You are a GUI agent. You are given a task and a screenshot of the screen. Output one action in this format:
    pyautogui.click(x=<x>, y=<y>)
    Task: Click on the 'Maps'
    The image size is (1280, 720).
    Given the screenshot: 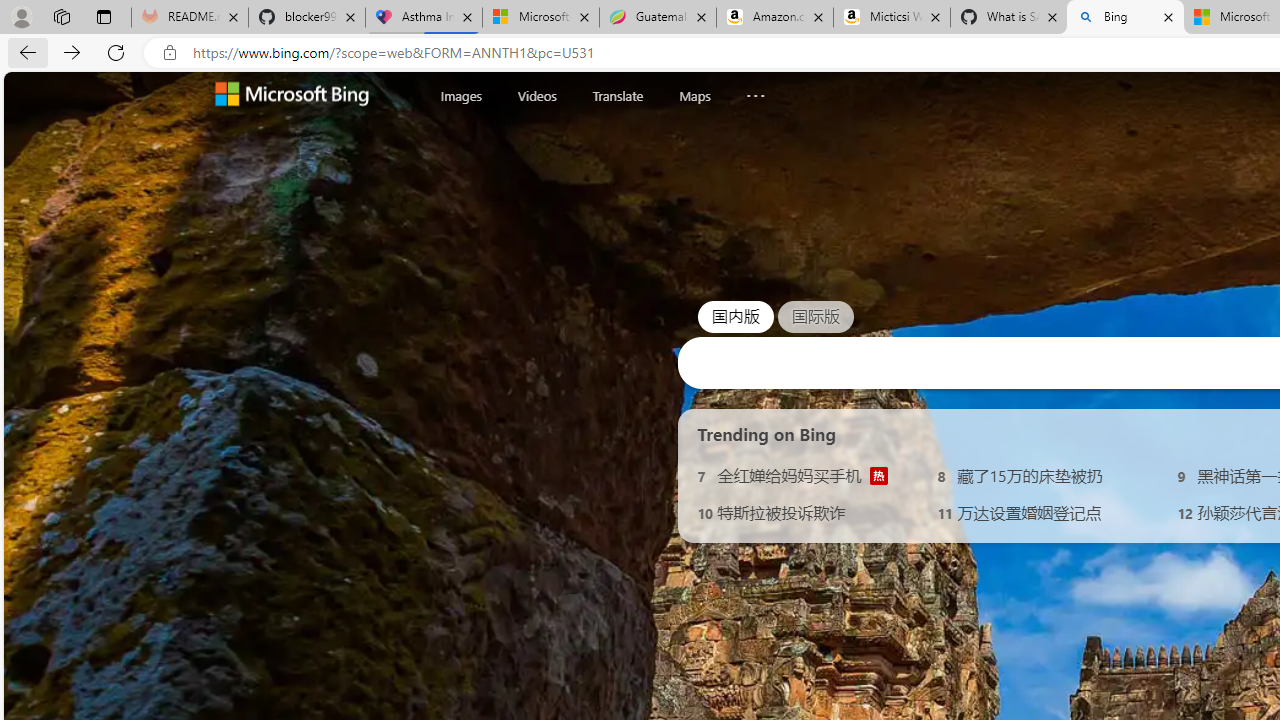 What is the action you would take?
    pyautogui.click(x=694, y=95)
    